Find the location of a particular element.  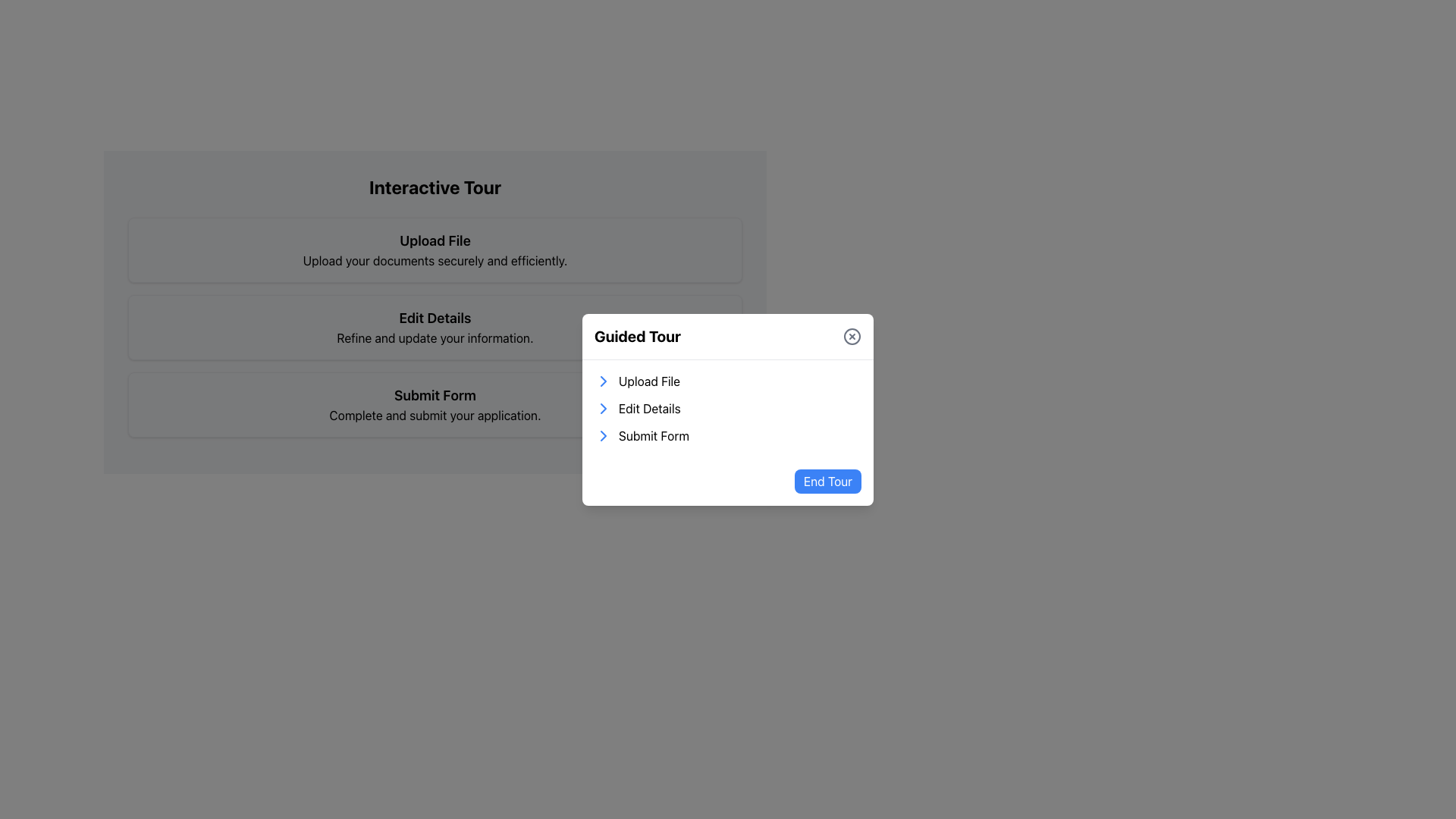

the right-pointing chevron icon that is part of the 'Guided Tour' box, specifically the chevron associated with the 'Edit Details' item is located at coordinates (603, 406).